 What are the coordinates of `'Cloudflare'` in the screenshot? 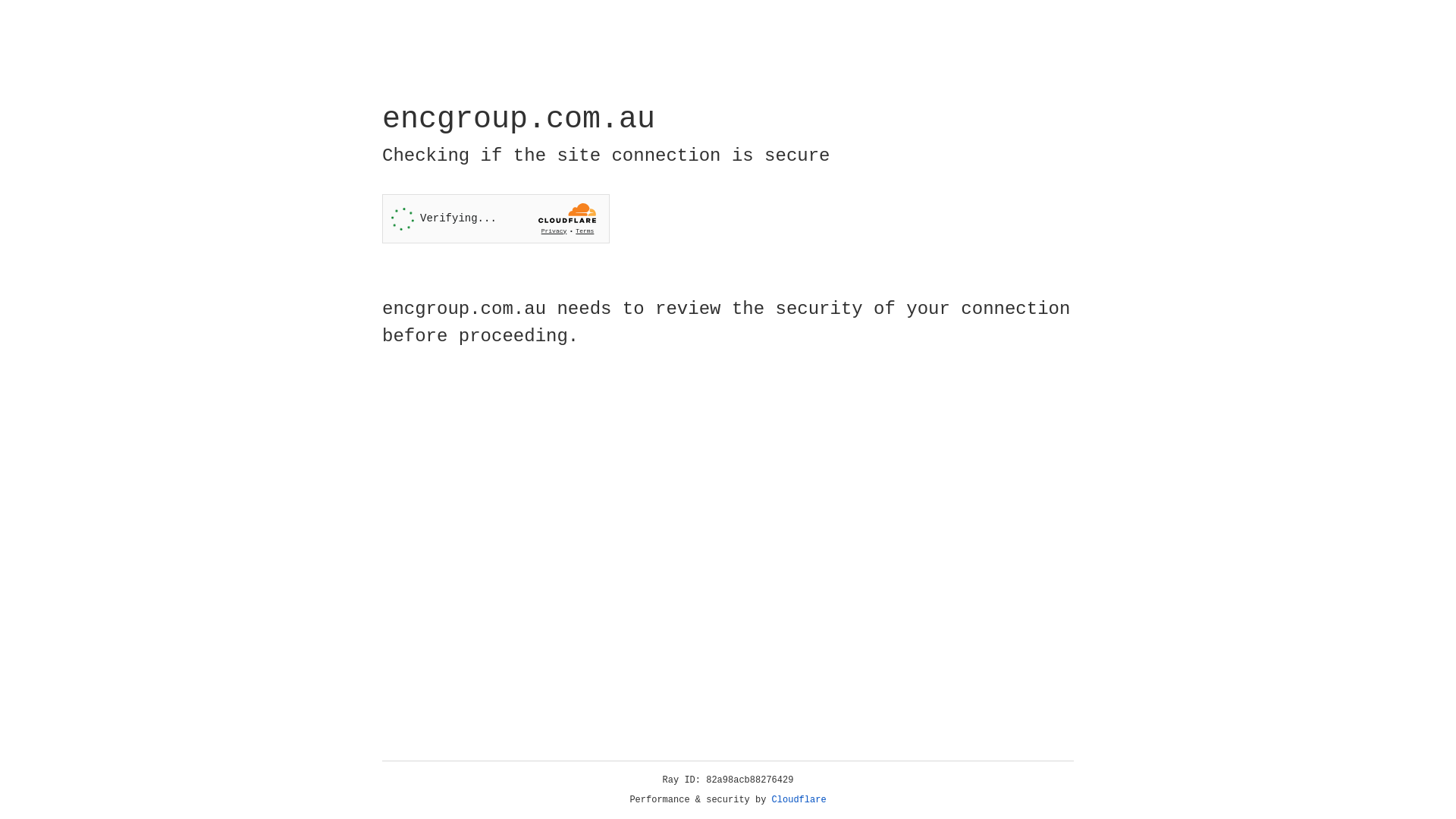 It's located at (799, 799).